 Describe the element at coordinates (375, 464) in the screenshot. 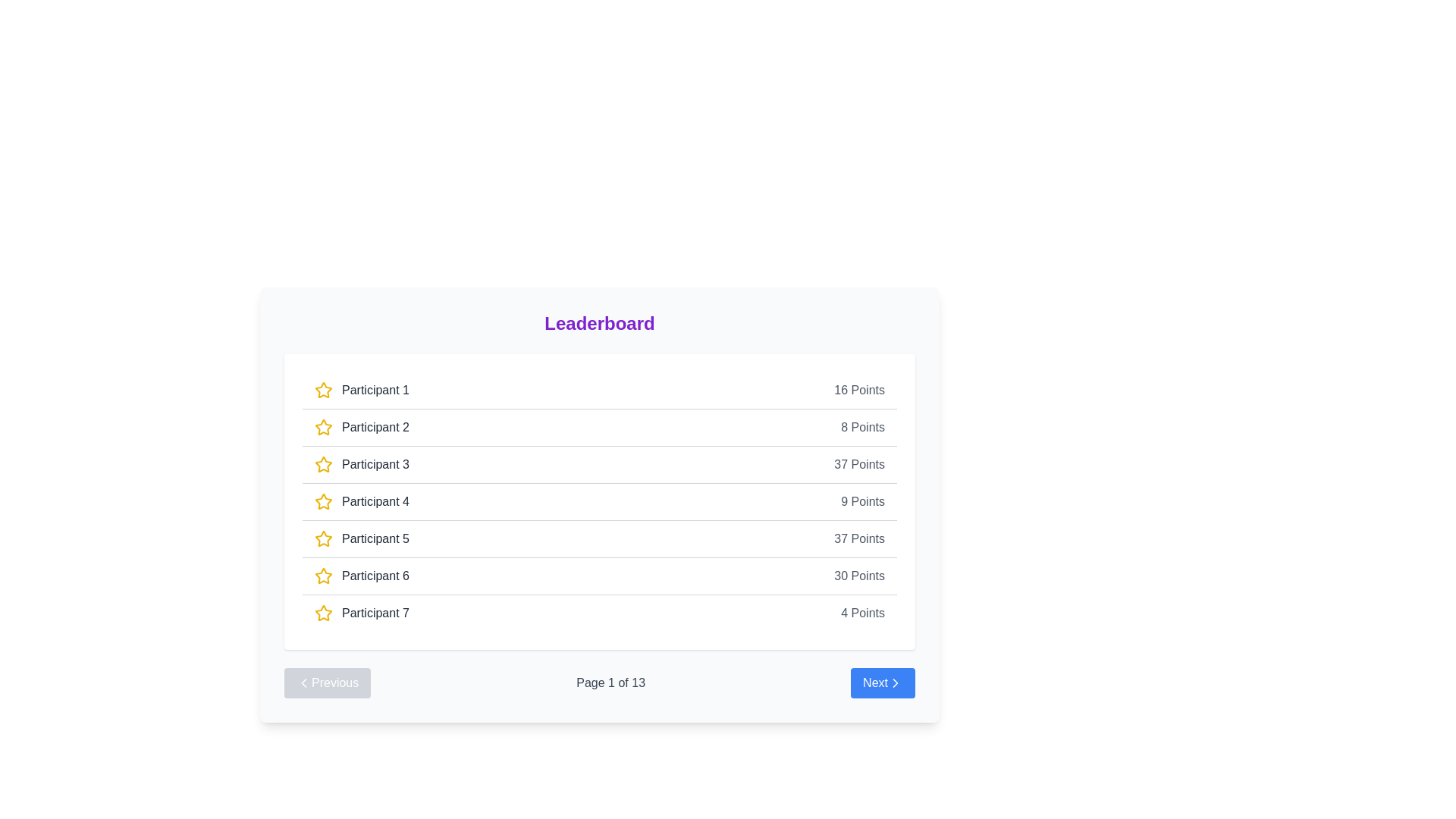

I see `text displayed in the label for 'Participant 3', which is part of the leaderboard entries` at that location.